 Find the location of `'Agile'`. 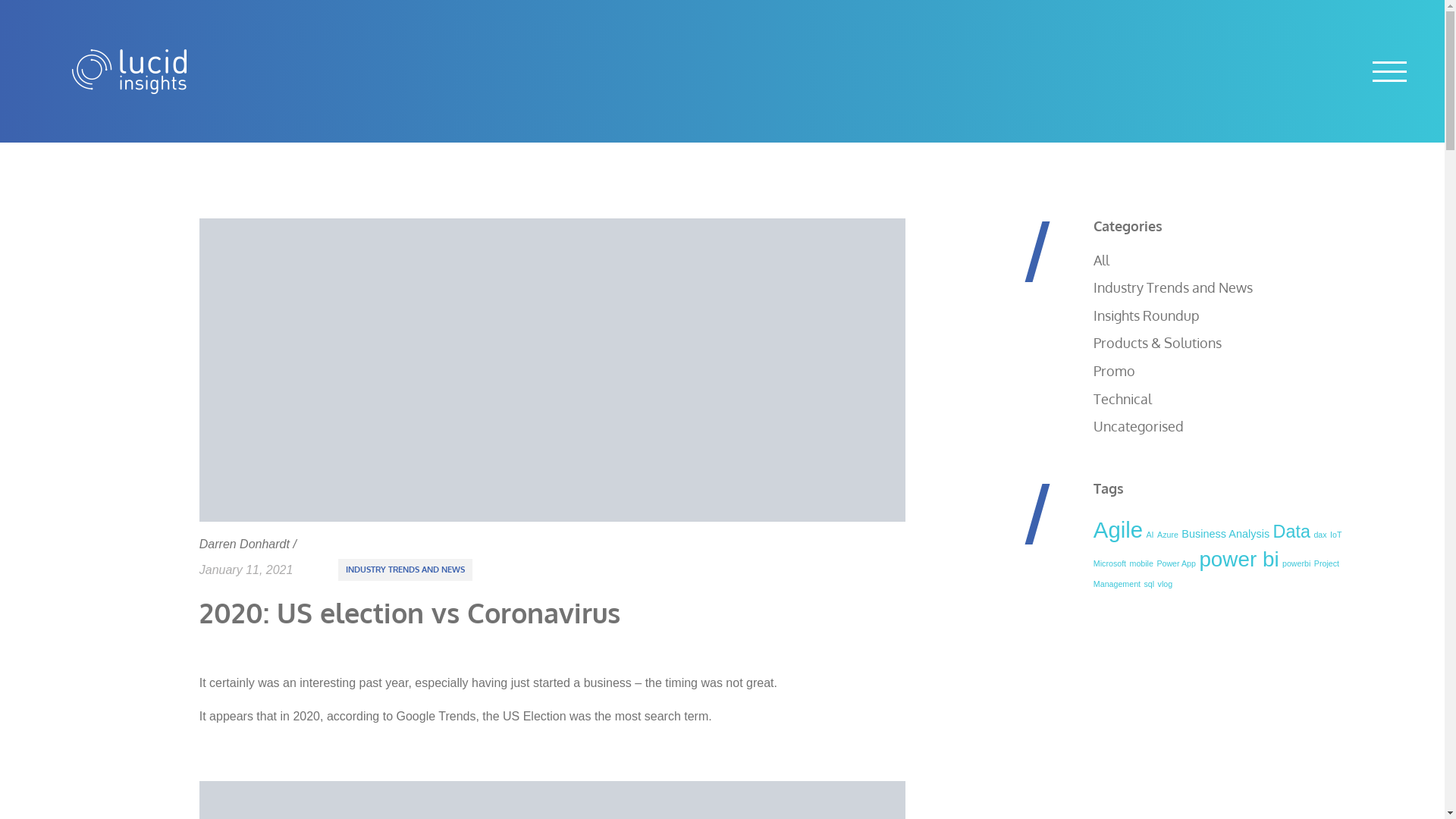

'Agile' is located at coordinates (1118, 529).